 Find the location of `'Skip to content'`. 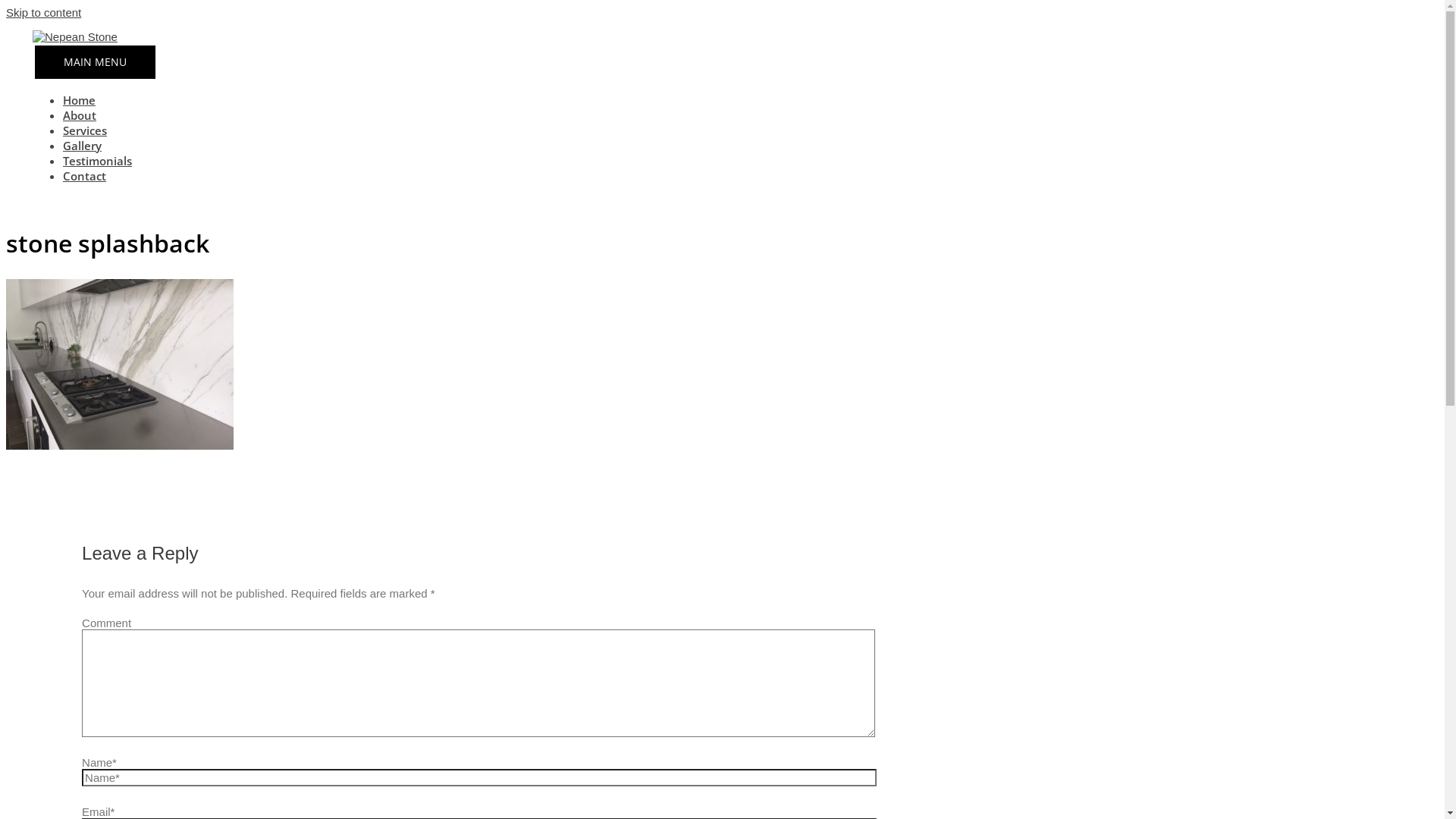

'Skip to content' is located at coordinates (43, 12).